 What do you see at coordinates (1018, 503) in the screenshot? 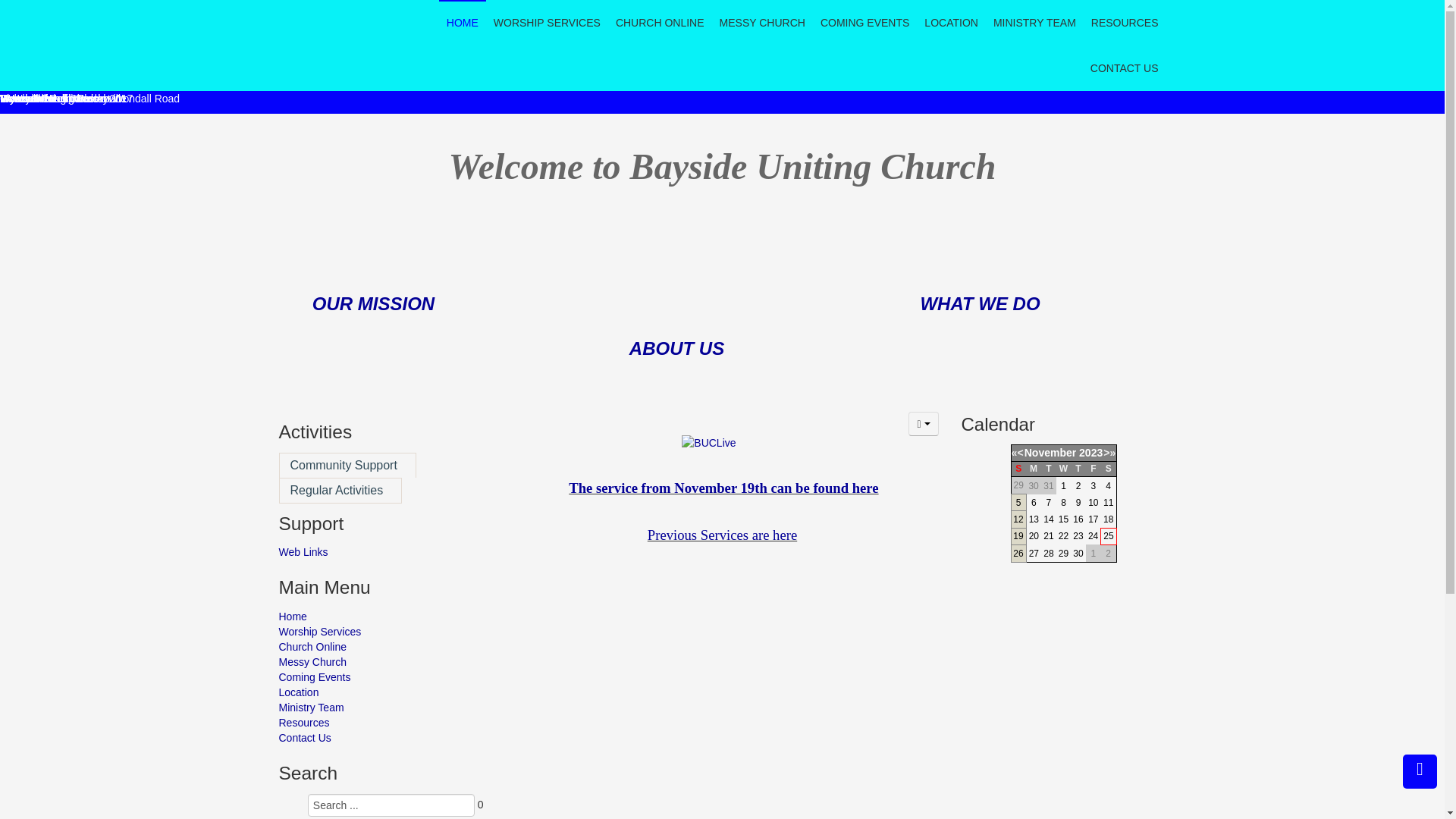
I see `'5'` at bounding box center [1018, 503].